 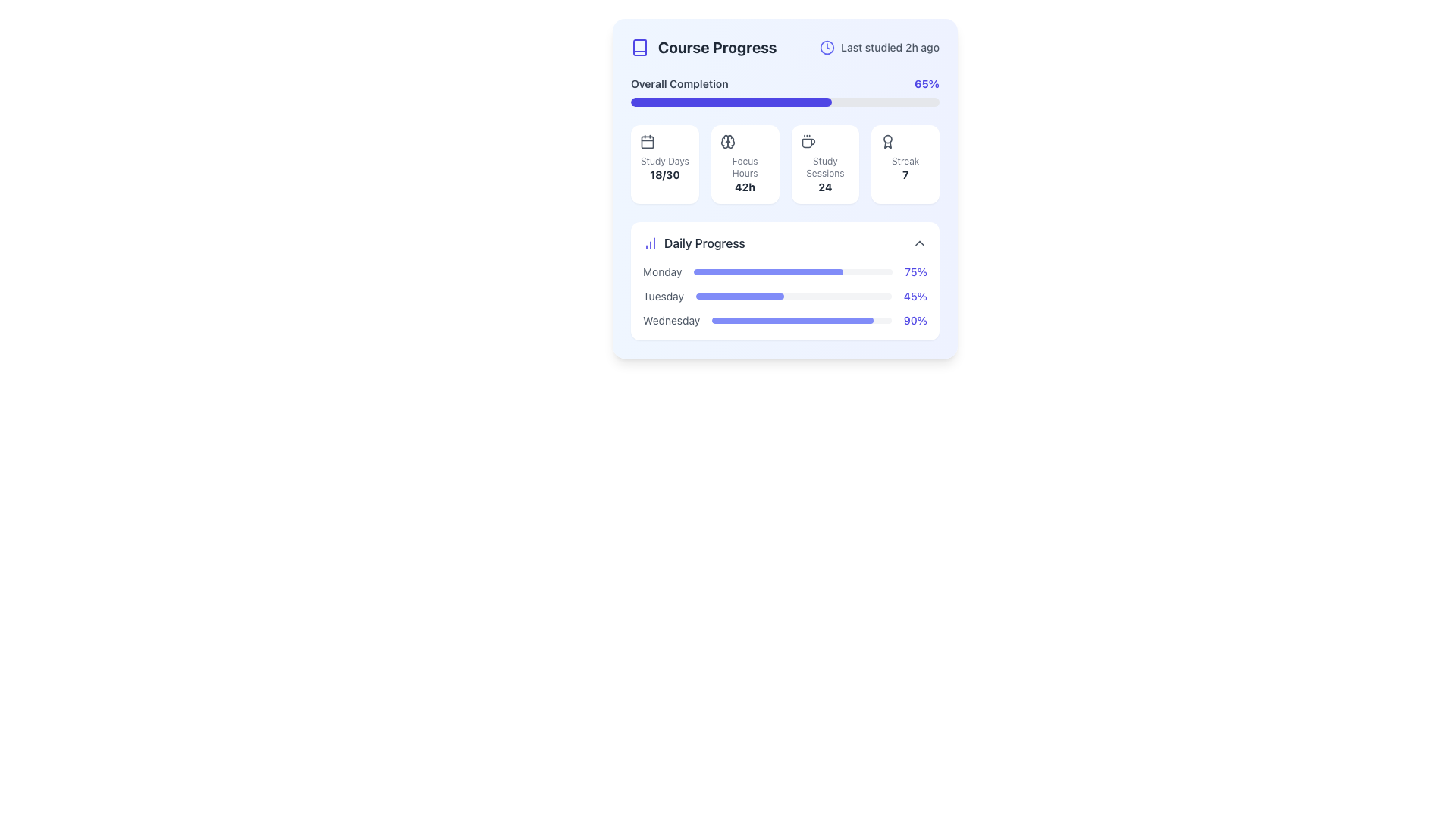 I want to click on the text label displaying 'Daily Progress' located next to the chart icon in the 'Course Progress' section of the progress tracking dashboard, so click(x=704, y=242).